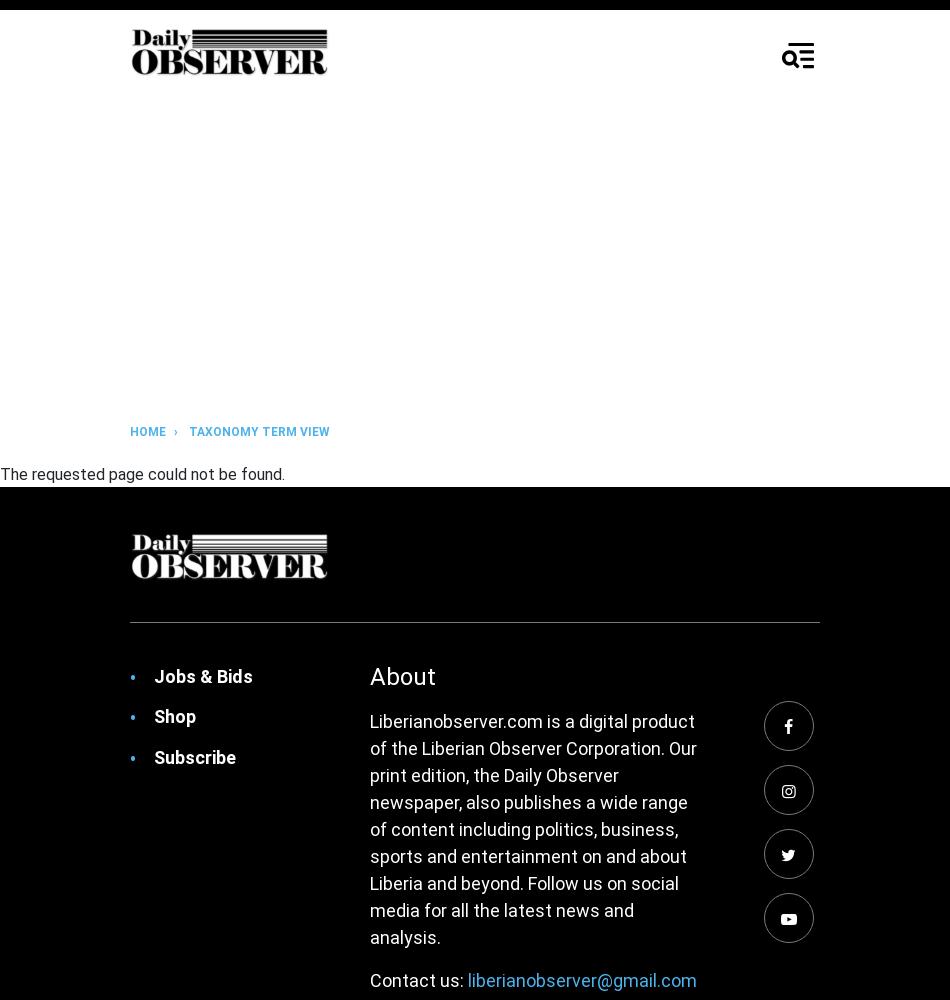 The height and width of the screenshot is (1000, 950). What do you see at coordinates (258, 431) in the screenshot?
I see `'Taxonomy Term view'` at bounding box center [258, 431].